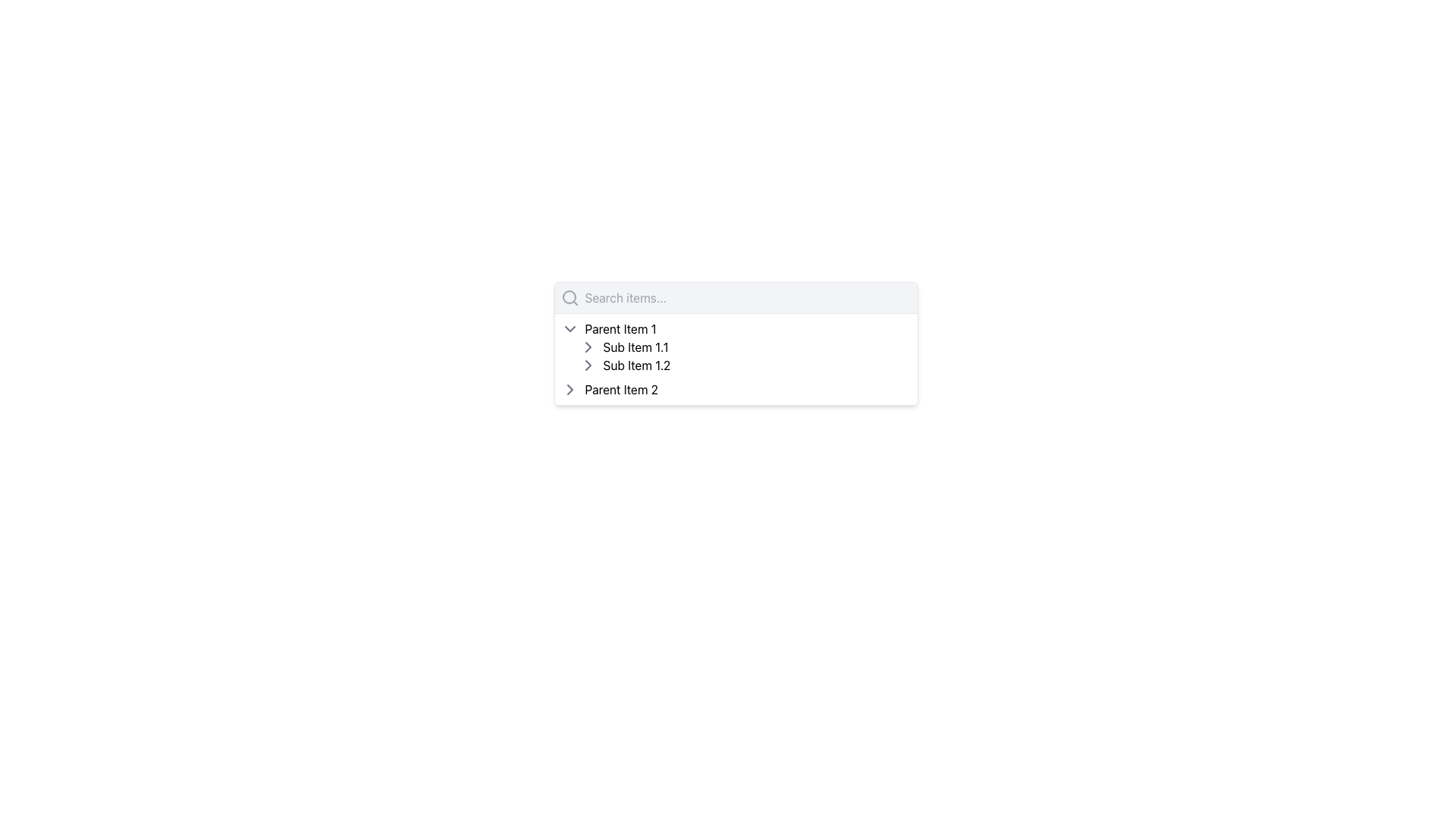 The image size is (1456, 819). What do you see at coordinates (745, 366) in the screenshot?
I see `the List Item displaying 'Sub Item 1.2'` at bounding box center [745, 366].